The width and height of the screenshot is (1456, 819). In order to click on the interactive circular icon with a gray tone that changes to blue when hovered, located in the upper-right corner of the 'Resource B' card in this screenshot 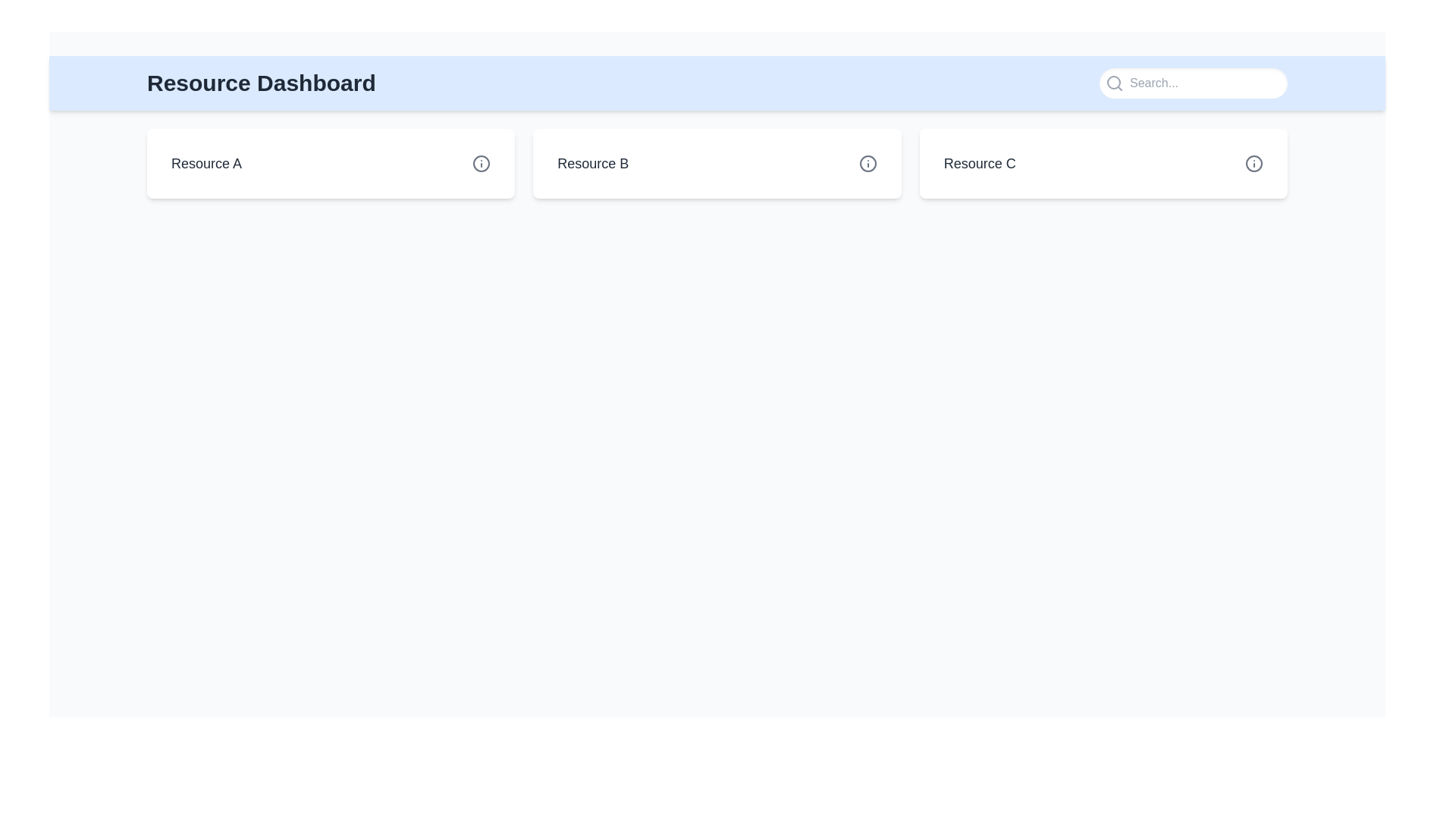, I will do `click(868, 164)`.